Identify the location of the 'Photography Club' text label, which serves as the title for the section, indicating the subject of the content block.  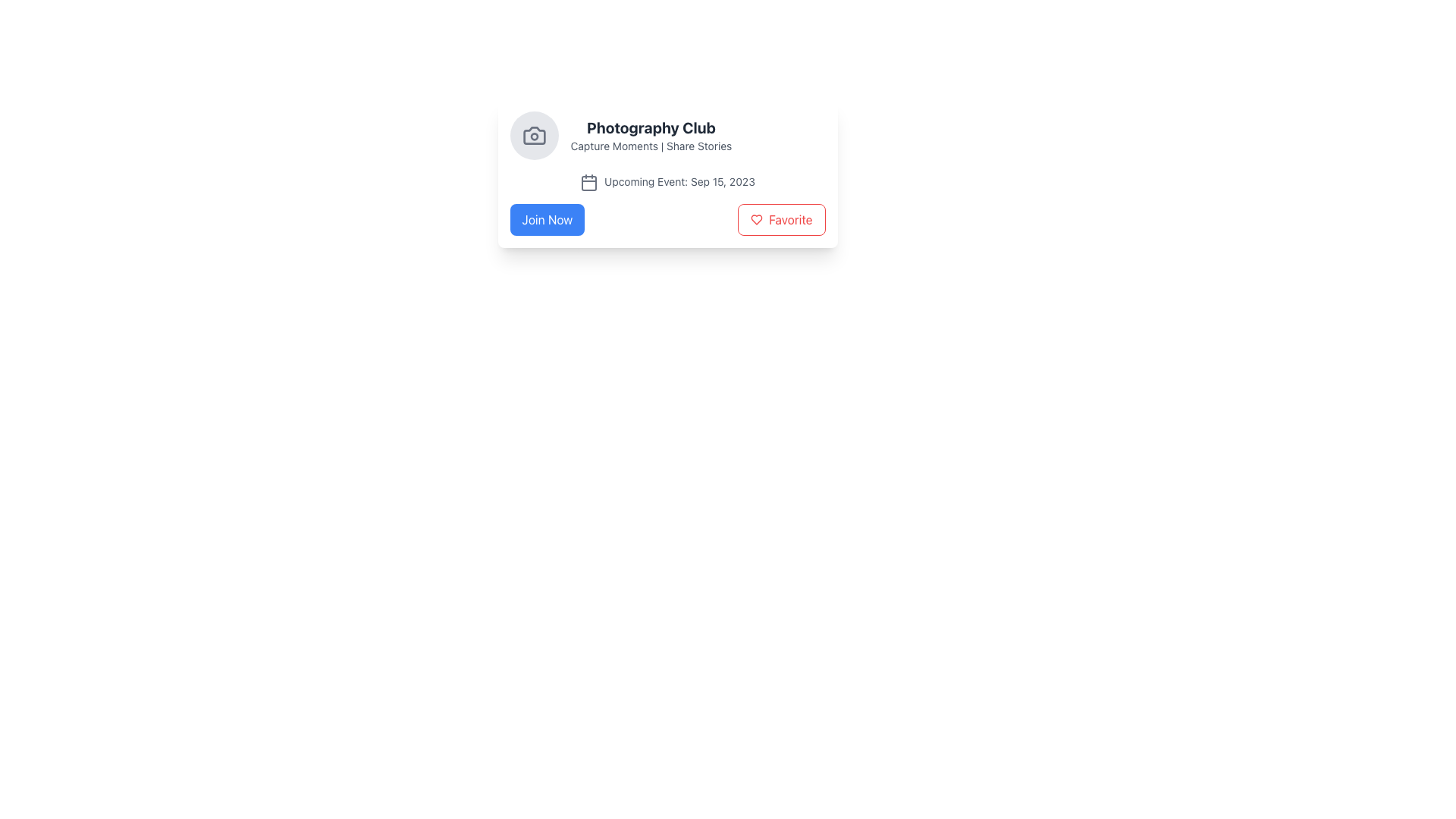
(651, 127).